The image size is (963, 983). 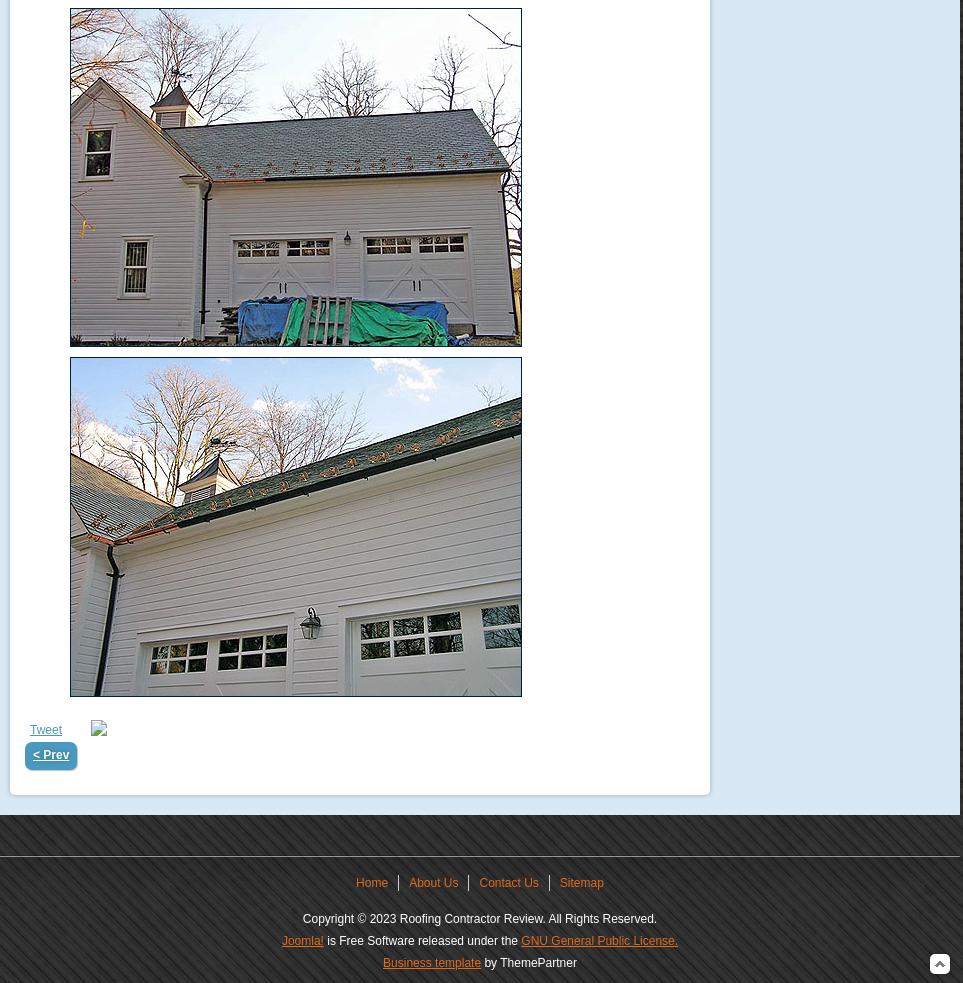 What do you see at coordinates (421, 941) in the screenshot?
I see `'is Free Software released under the'` at bounding box center [421, 941].